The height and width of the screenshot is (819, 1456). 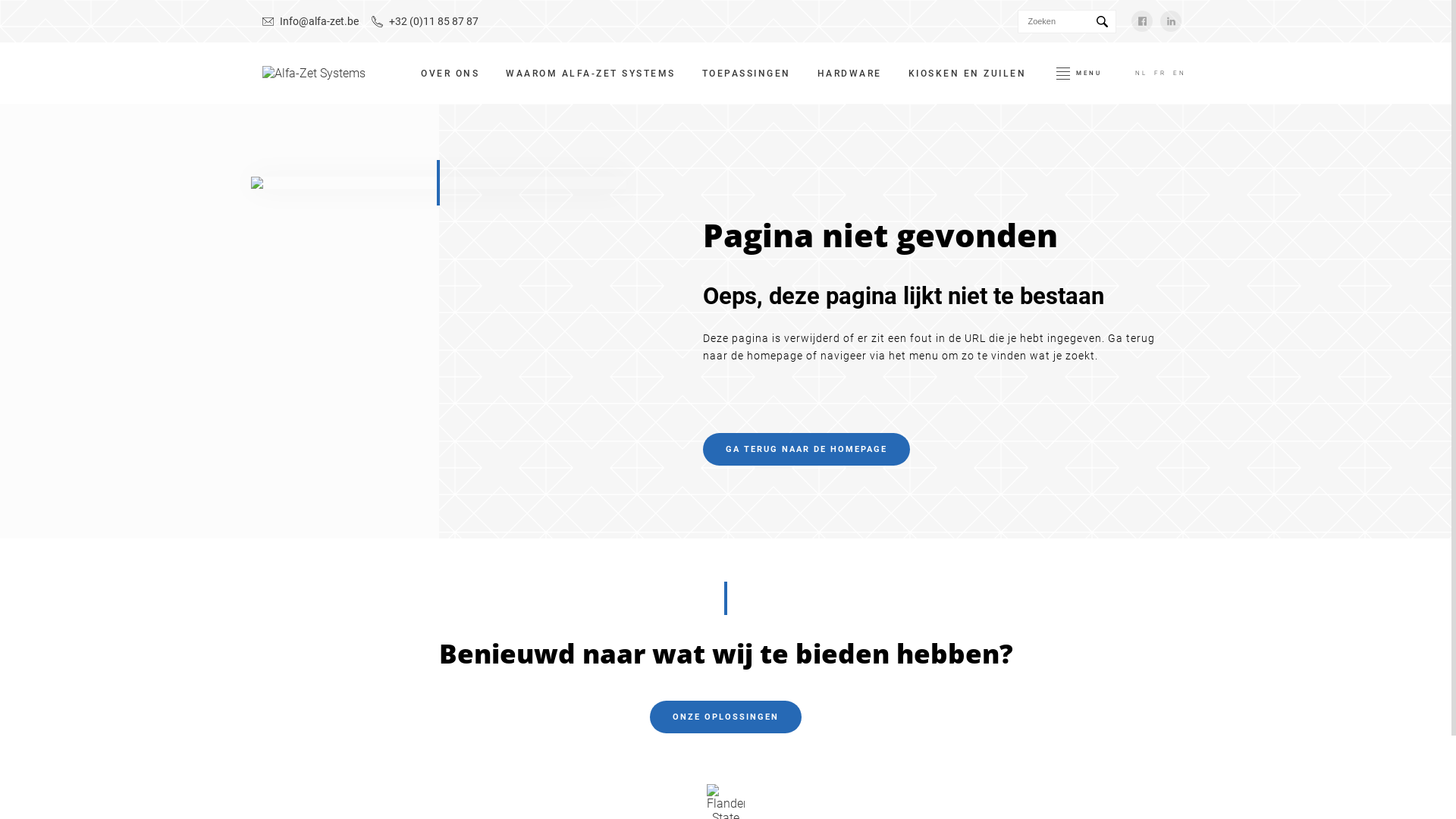 What do you see at coordinates (805, 448) in the screenshot?
I see `'GA TERUG NAAR DE HOMEPAGE'` at bounding box center [805, 448].